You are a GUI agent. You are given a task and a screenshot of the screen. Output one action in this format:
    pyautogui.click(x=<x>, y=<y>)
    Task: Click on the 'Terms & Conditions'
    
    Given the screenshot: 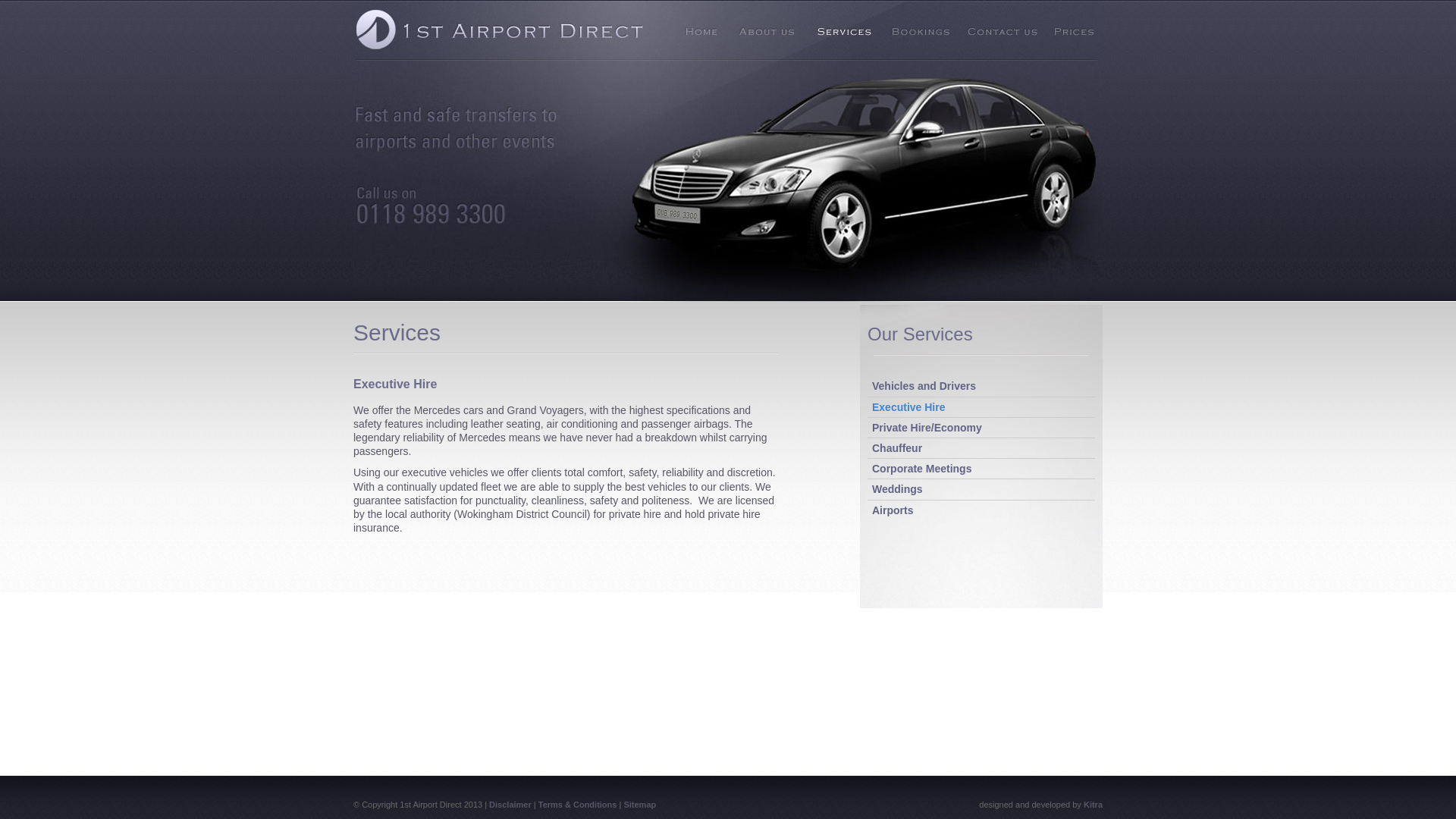 What is the action you would take?
    pyautogui.click(x=538, y=803)
    